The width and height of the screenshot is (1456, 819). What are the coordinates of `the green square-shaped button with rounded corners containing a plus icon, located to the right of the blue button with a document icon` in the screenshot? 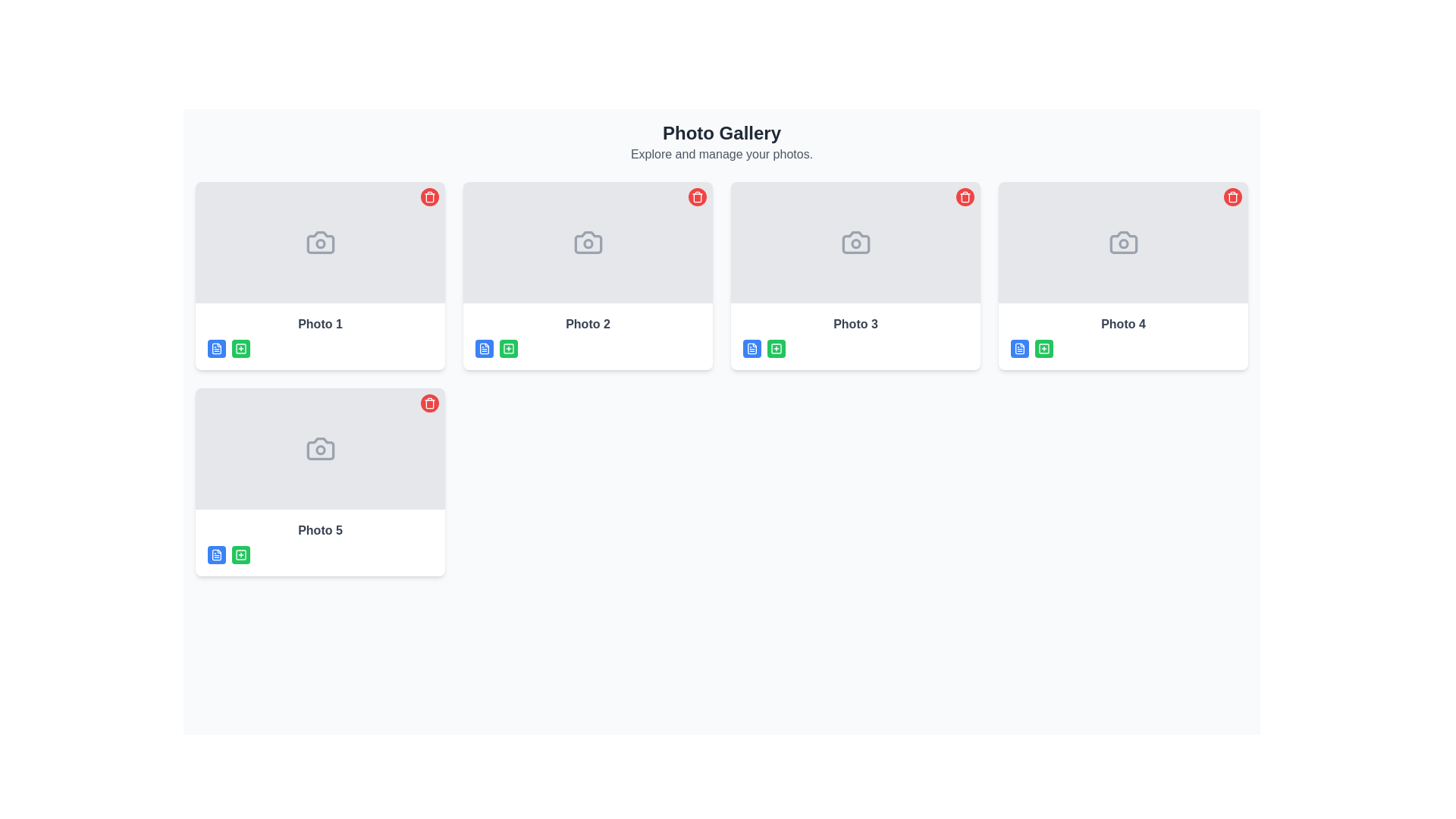 It's located at (1043, 348).